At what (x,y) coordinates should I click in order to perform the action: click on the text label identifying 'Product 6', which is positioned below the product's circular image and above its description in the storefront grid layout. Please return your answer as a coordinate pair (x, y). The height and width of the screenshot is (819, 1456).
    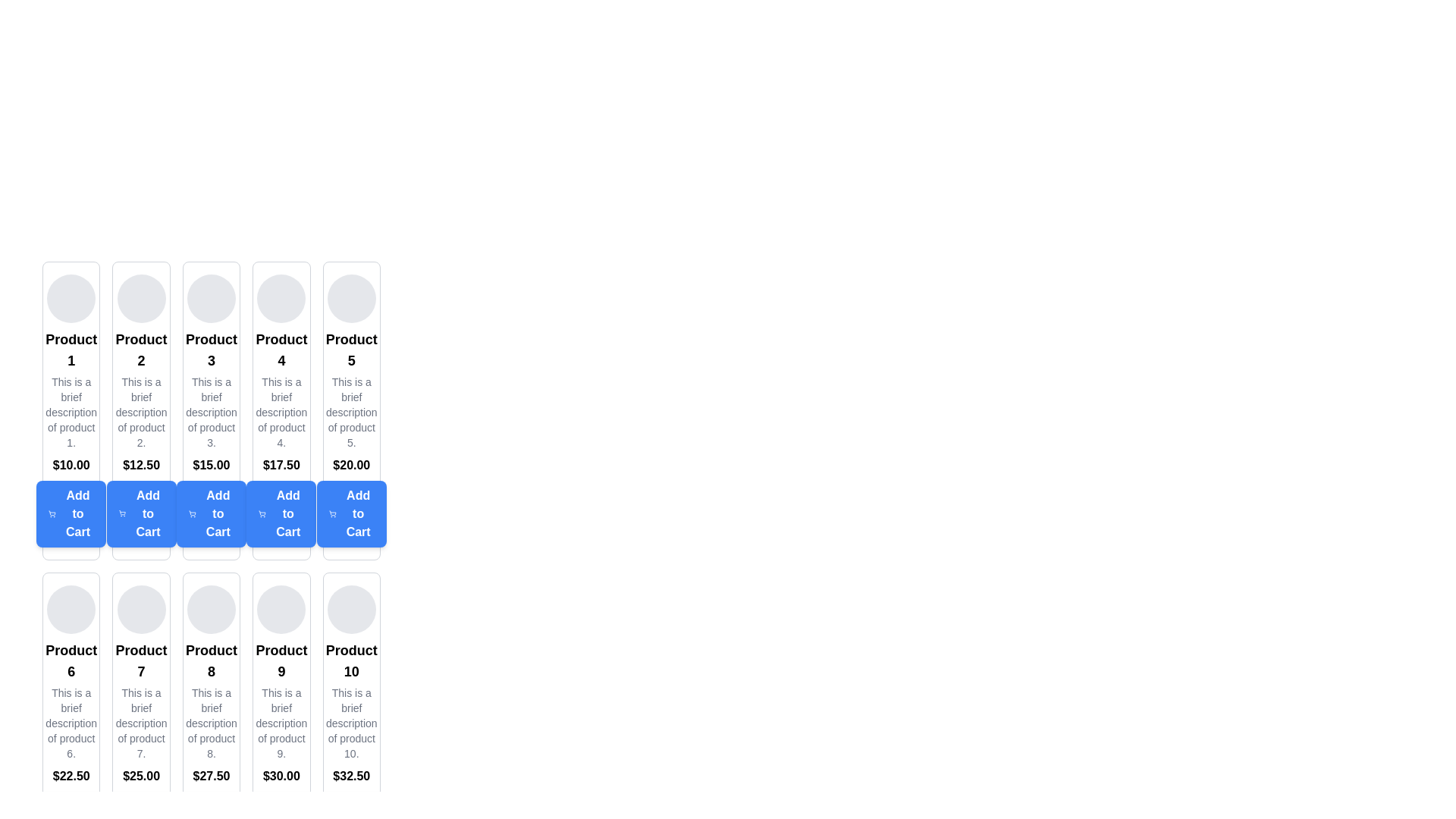
    Looking at the image, I should click on (71, 660).